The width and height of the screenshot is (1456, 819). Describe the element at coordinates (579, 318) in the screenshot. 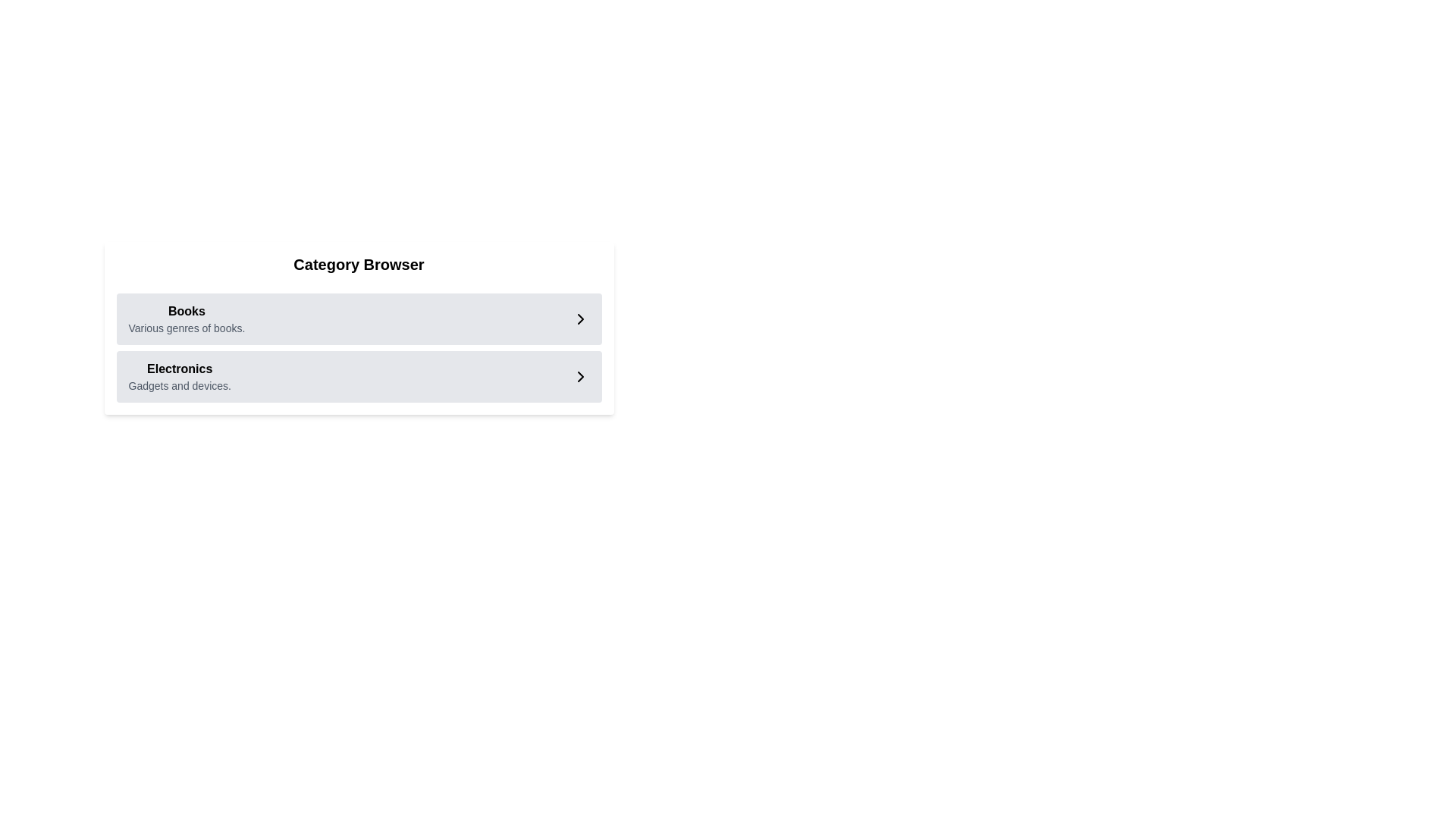

I see `the right-facing chevron icon located at the rightmost side of the 'Books' list item row` at that location.